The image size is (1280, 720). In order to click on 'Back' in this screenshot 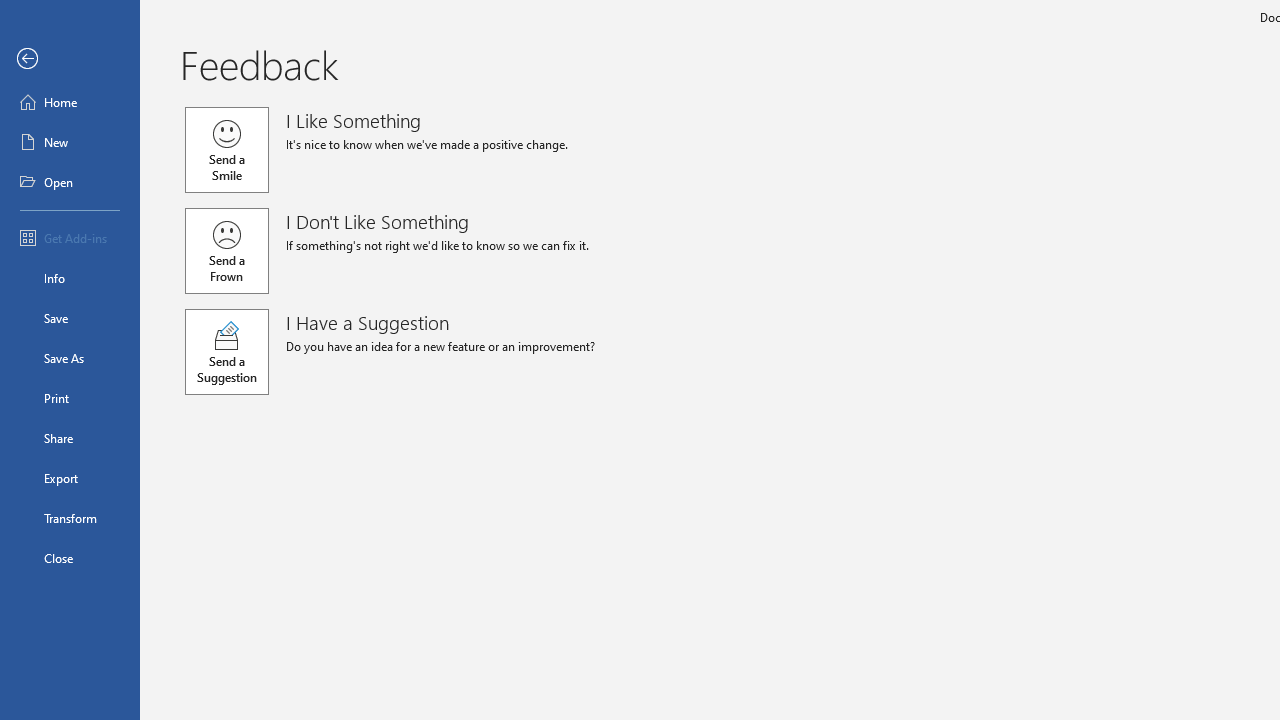, I will do `click(69, 58)`.